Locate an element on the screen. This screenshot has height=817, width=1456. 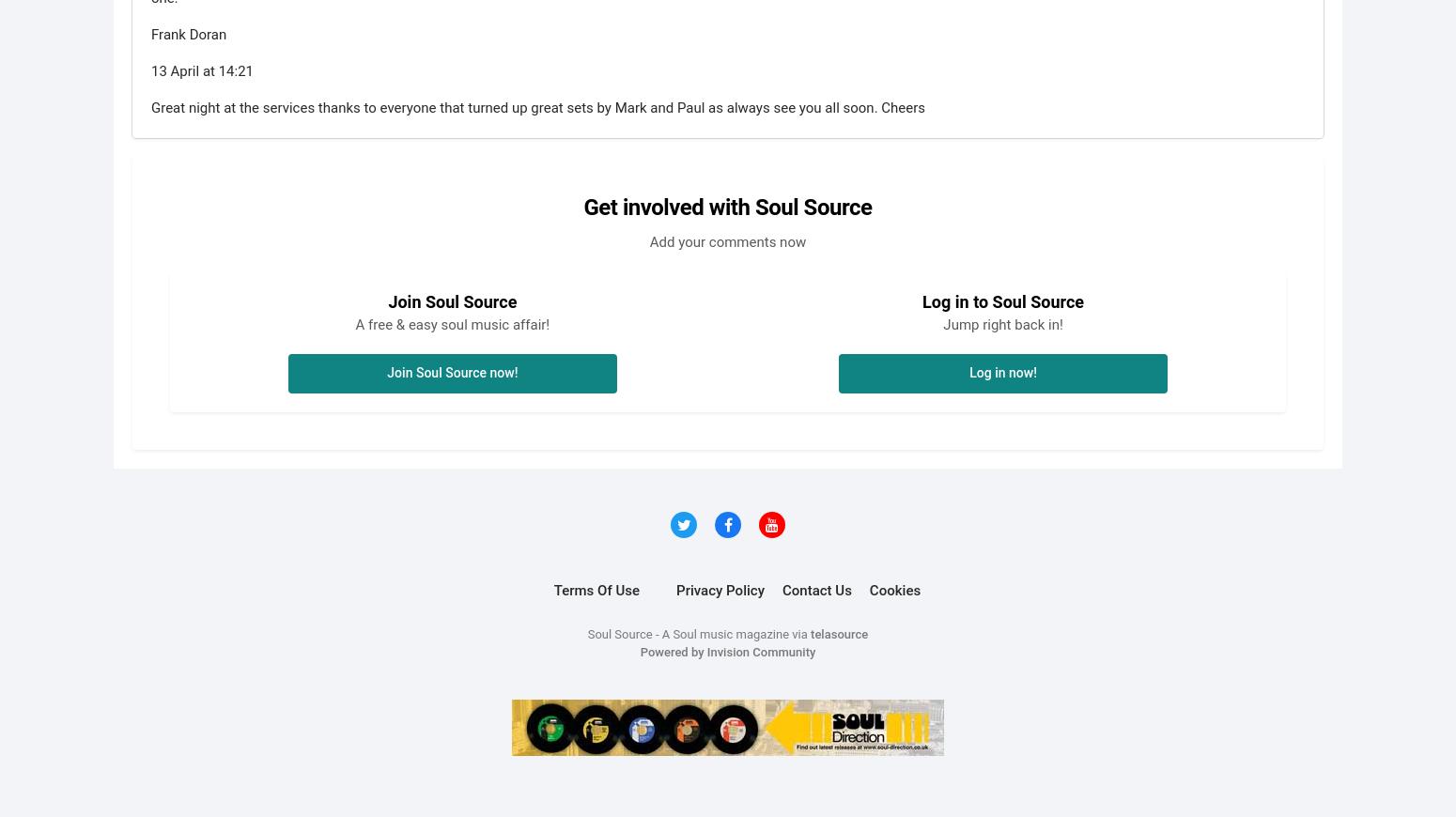
'Terms Of Use' is located at coordinates (596, 588).